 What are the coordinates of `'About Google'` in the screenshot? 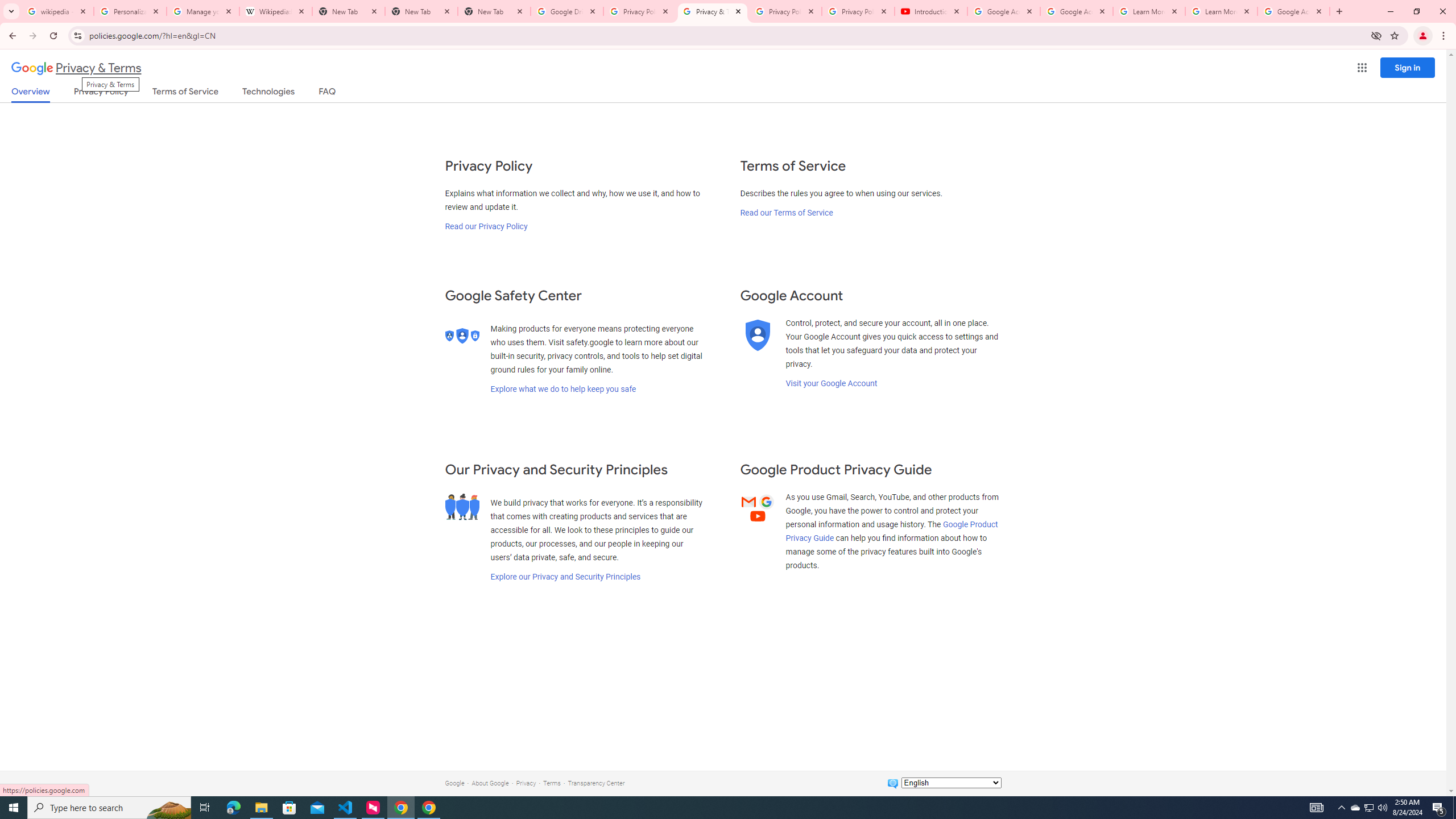 It's located at (490, 783).